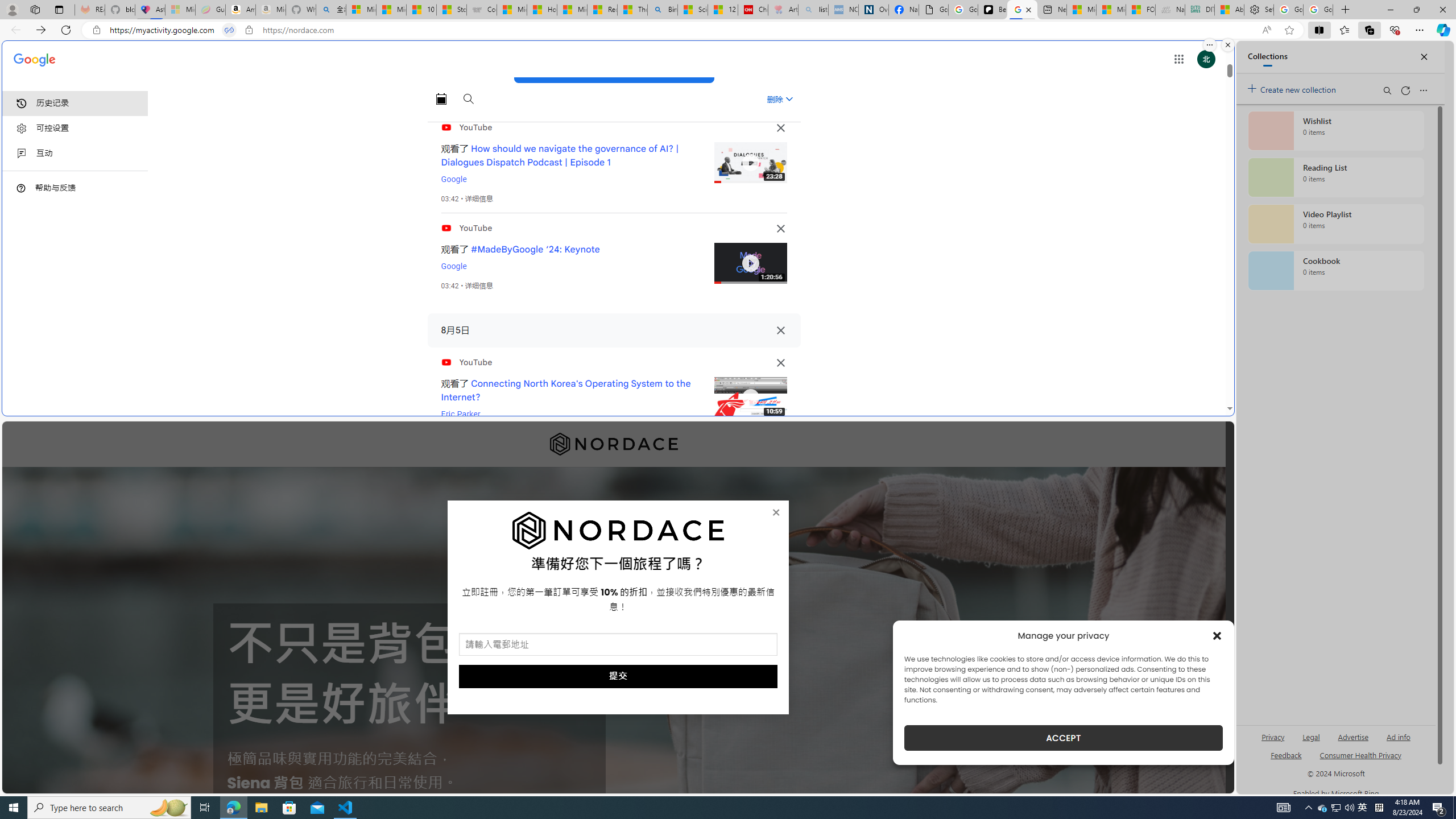 This screenshot has width=1456, height=819. What do you see at coordinates (783, 9) in the screenshot?
I see `'Arthritis: Ask Health Professionals - Sleeping'` at bounding box center [783, 9].